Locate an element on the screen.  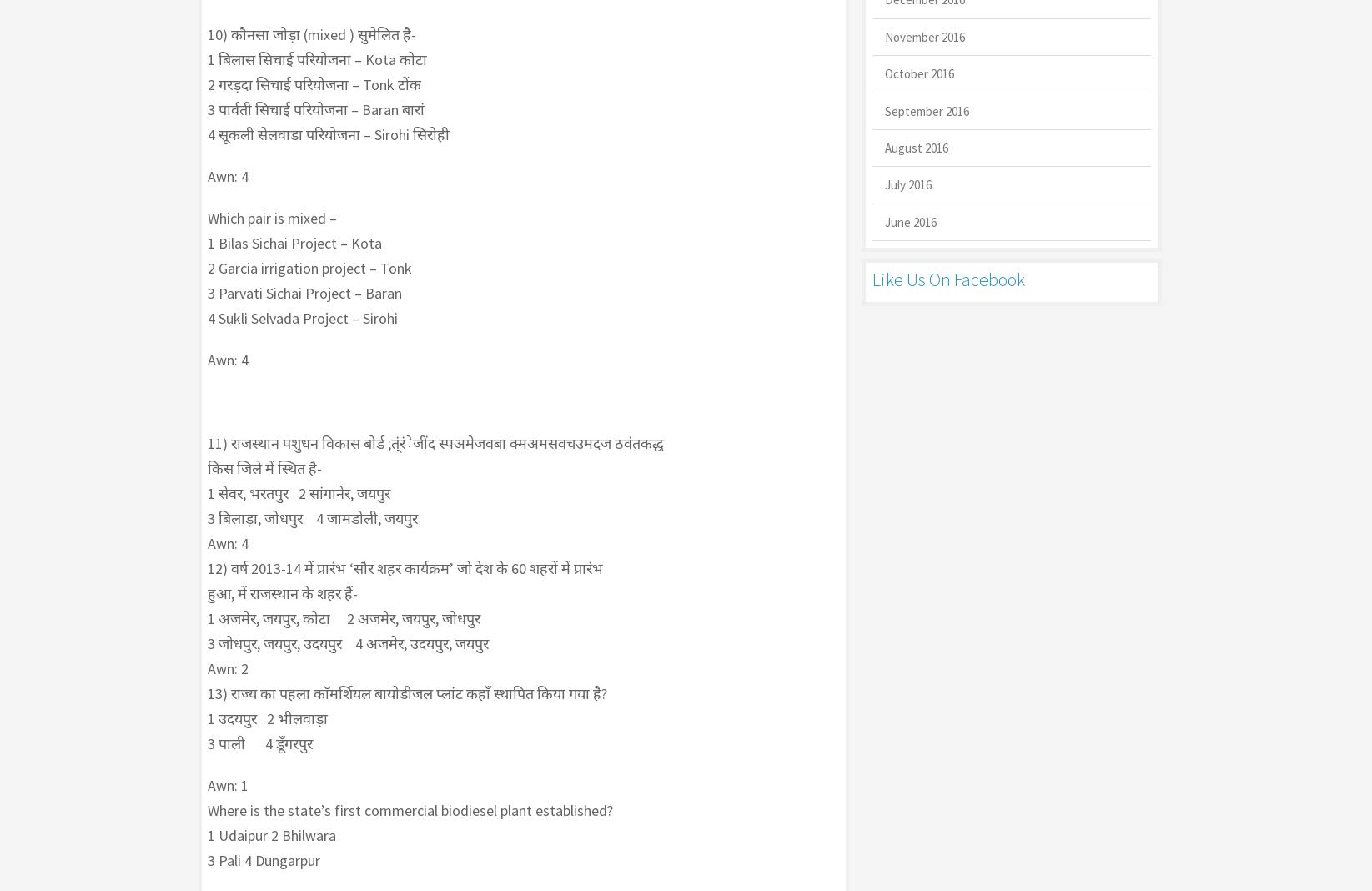
'1 सेवर, भरतपुर   2 सांगानेर, जयपुर' is located at coordinates (207, 492).